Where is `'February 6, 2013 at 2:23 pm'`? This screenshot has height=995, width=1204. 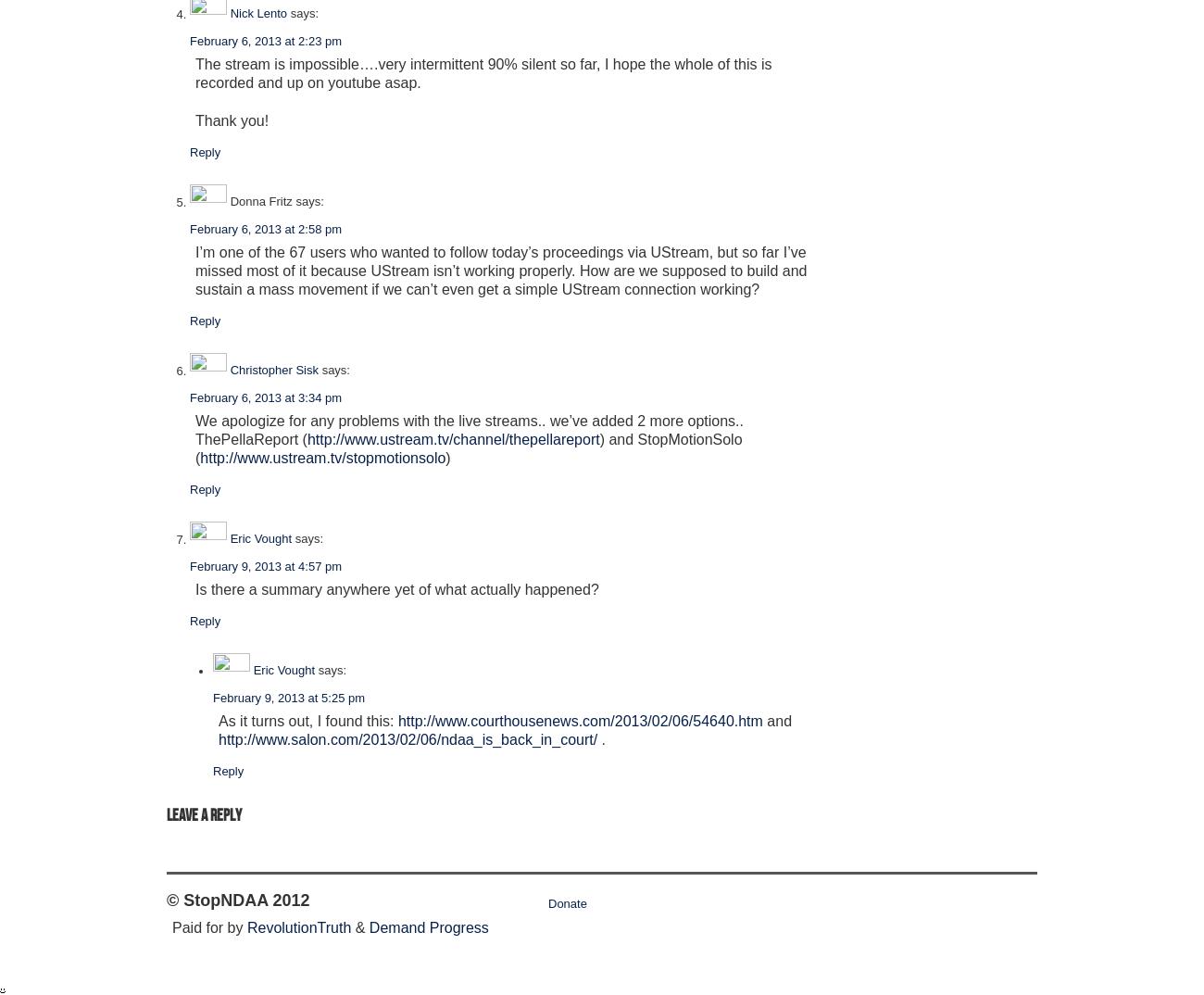
'February 6, 2013 at 2:23 pm' is located at coordinates (266, 40).